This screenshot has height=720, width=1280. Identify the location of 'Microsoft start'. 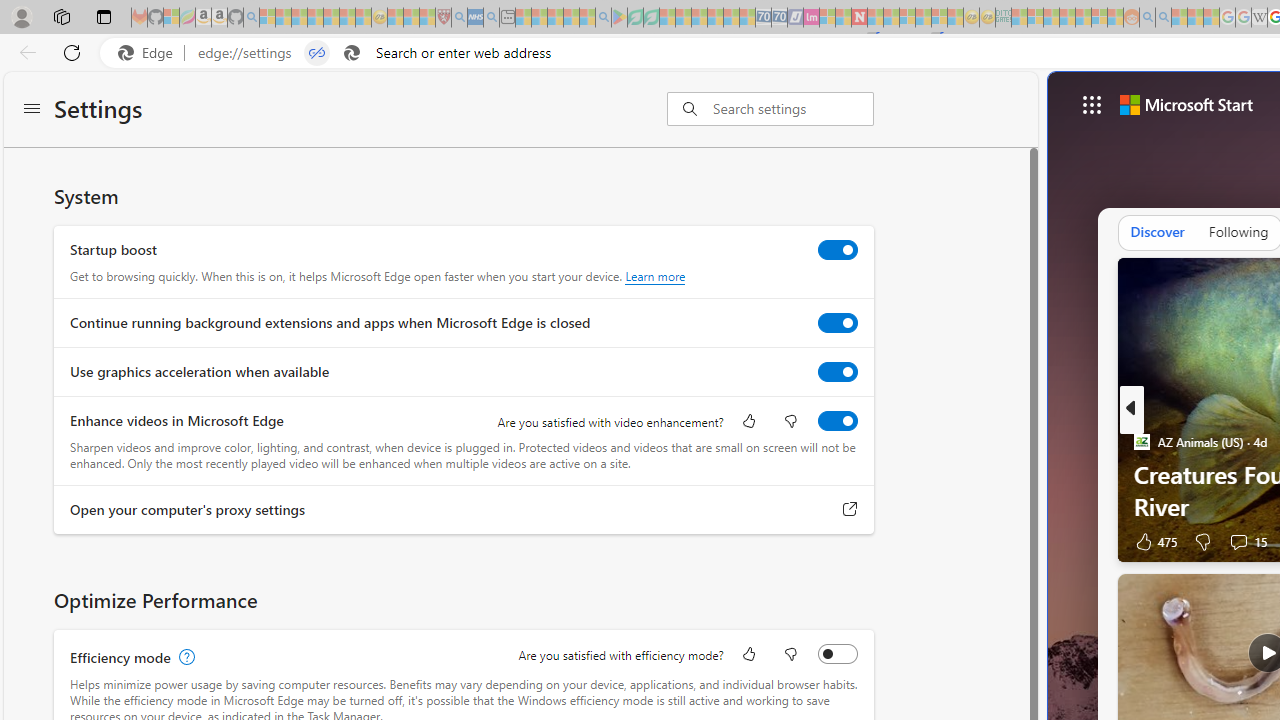
(1186, 105).